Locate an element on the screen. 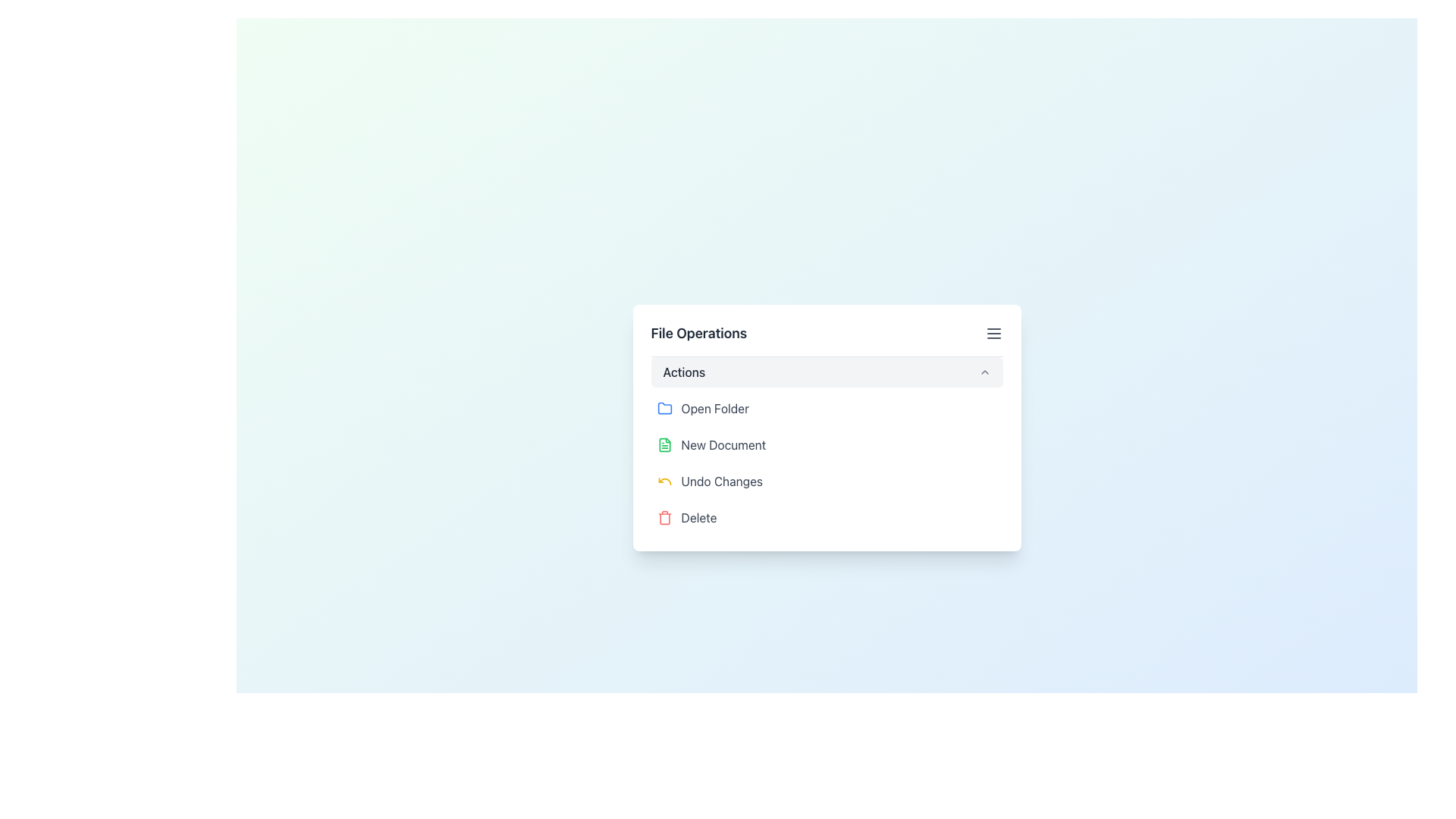  the 'Open Folder' text label which is styled in gray and positioned next to a blue folder icon in the menu is located at coordinates (714, 407).